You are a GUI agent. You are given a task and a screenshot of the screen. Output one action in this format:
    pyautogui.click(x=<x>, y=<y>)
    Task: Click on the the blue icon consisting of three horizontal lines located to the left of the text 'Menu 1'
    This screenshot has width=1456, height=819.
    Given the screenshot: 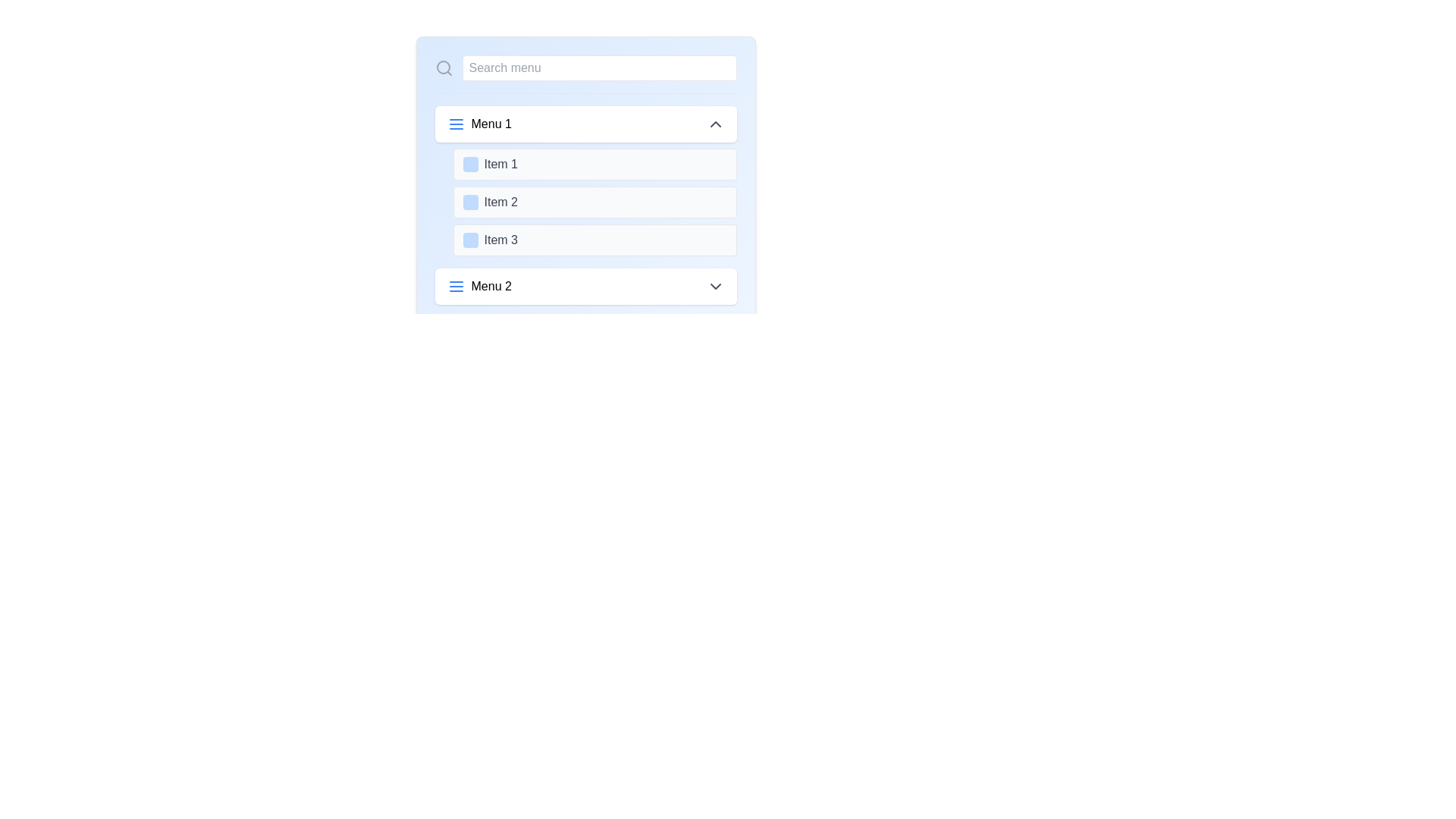 What is the action you would take?
    pyautogui.click(x=455, y=124)
    